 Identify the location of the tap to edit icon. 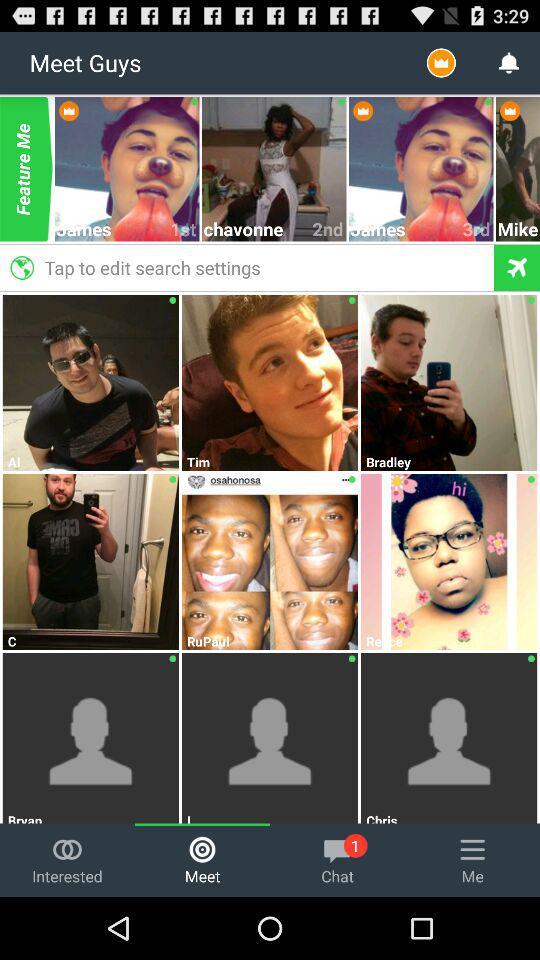
(246, 266).